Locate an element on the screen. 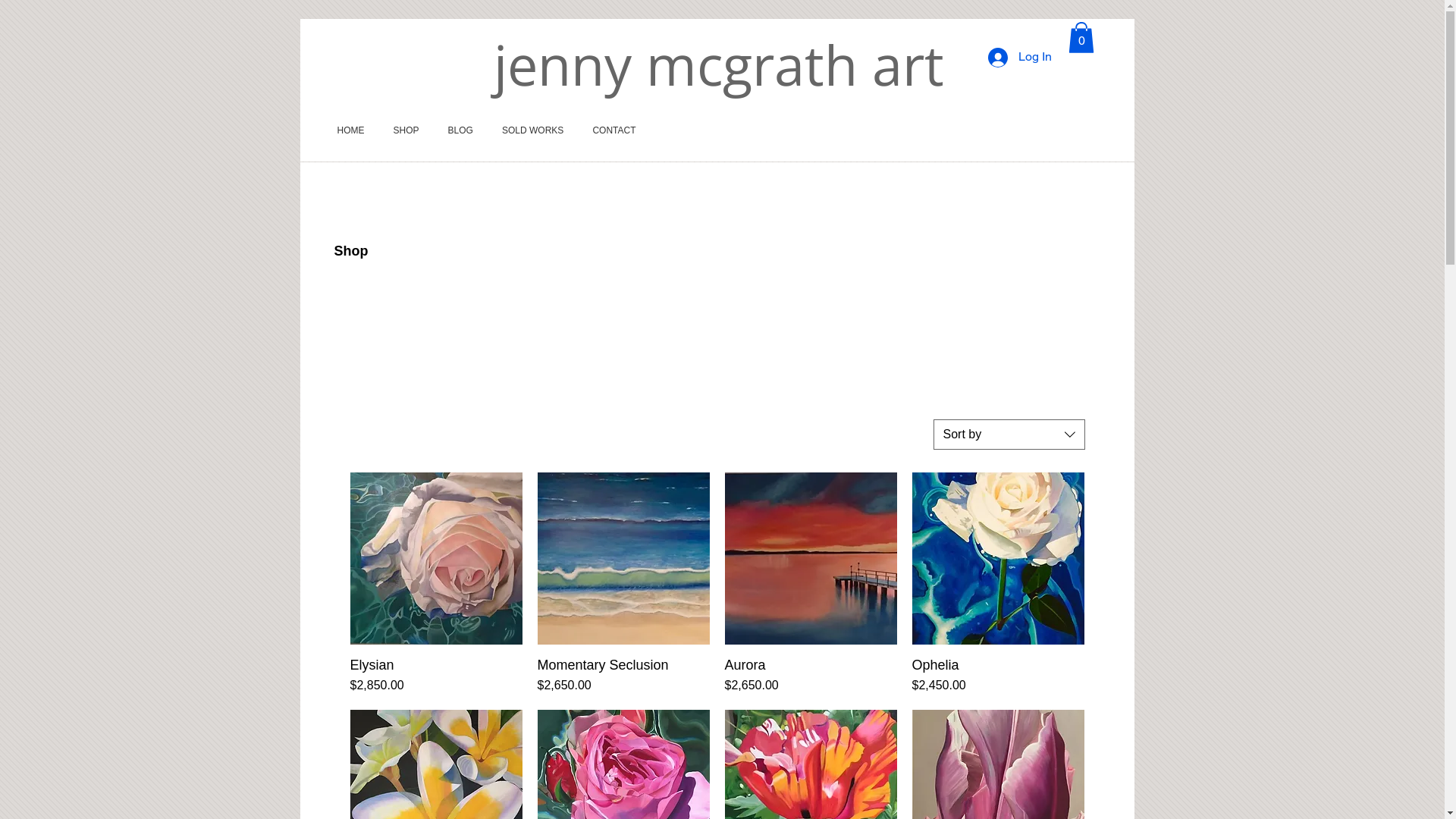  'SHOP' is located at coordinates (406, 130).